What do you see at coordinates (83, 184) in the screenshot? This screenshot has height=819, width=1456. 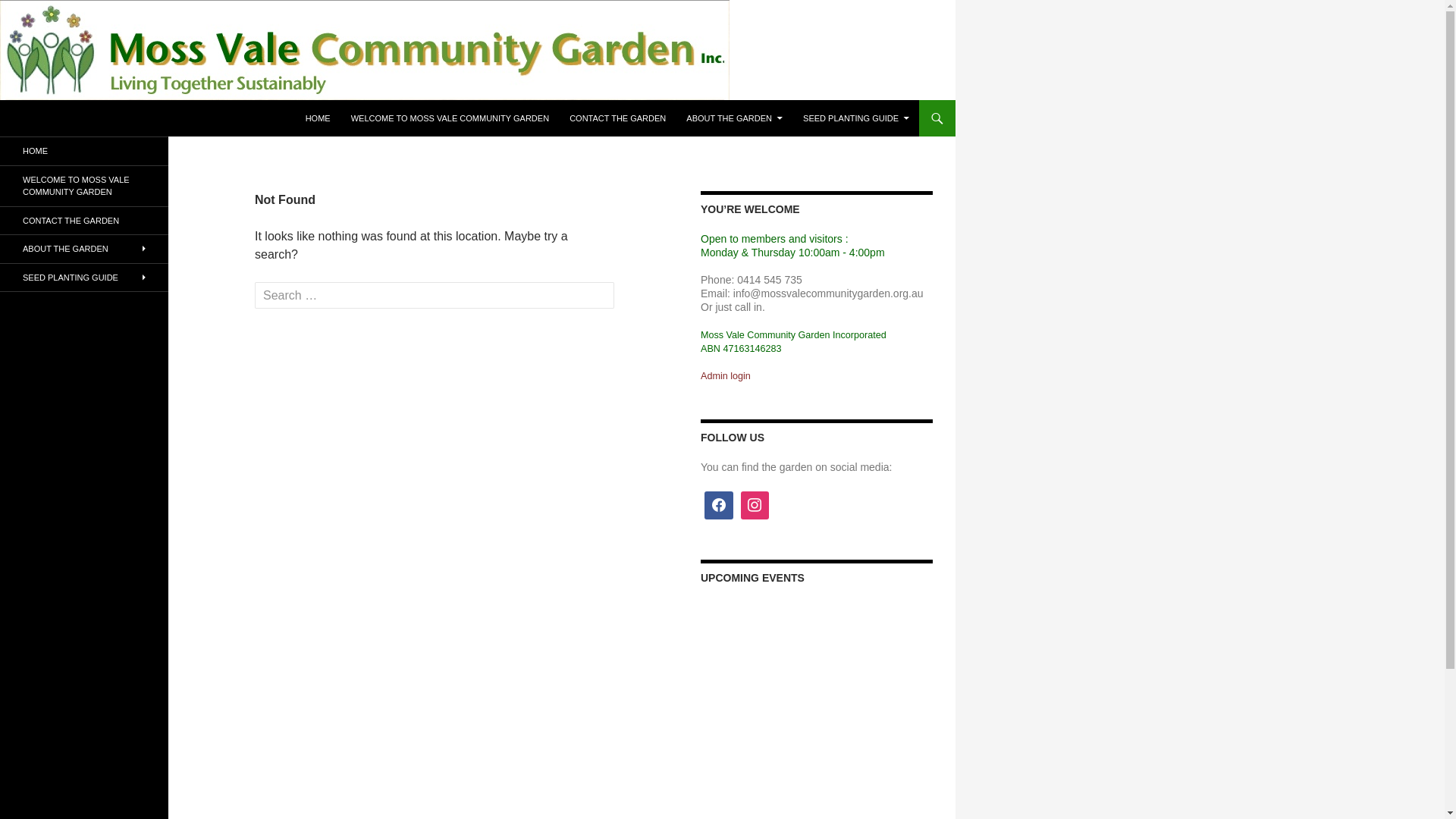 I see `'WELCOME TO MOSS VALE COMMUNITY GARDEN'` at bounding box center [83, 184].